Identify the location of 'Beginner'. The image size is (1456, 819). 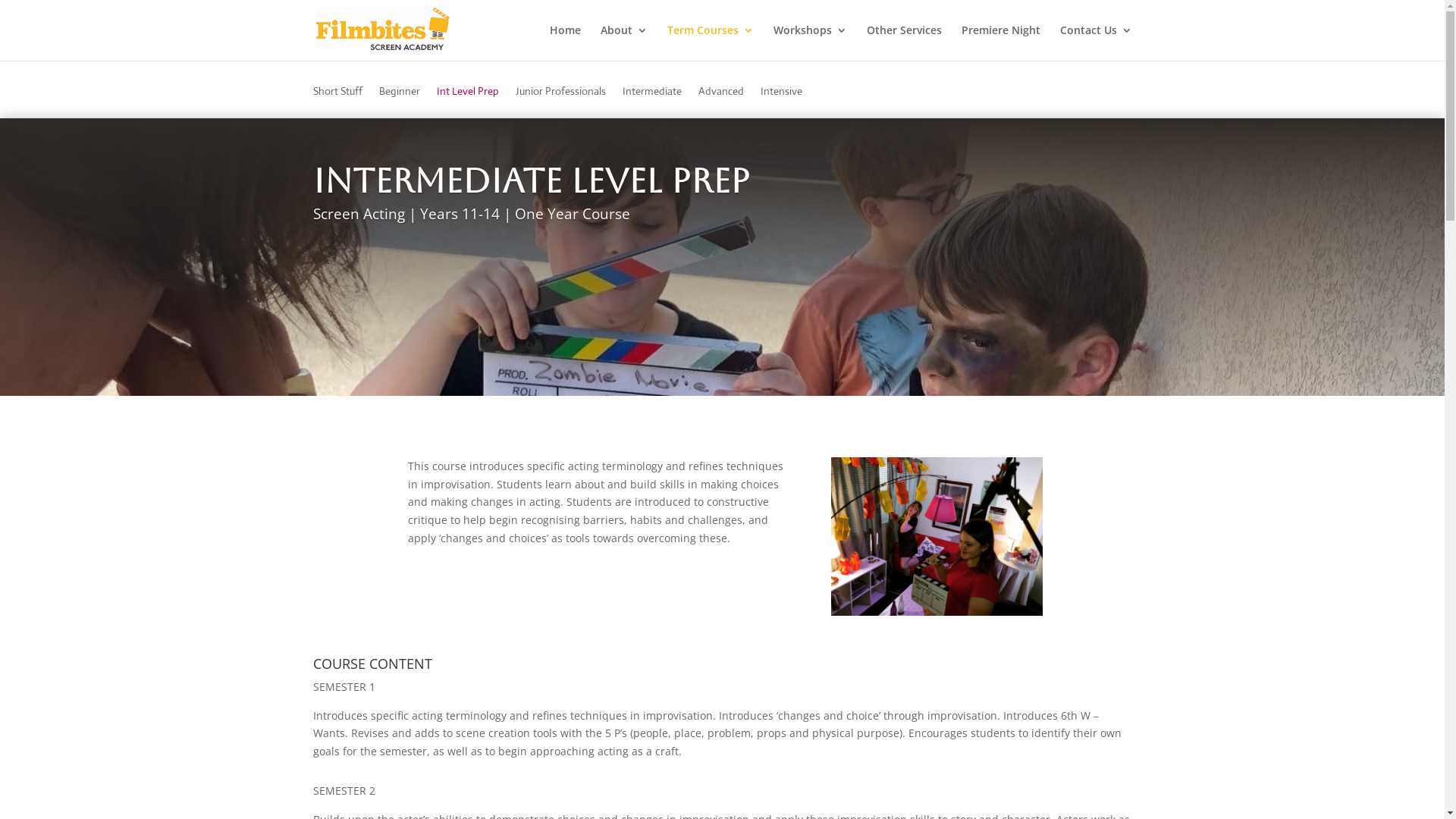
(400, 102).